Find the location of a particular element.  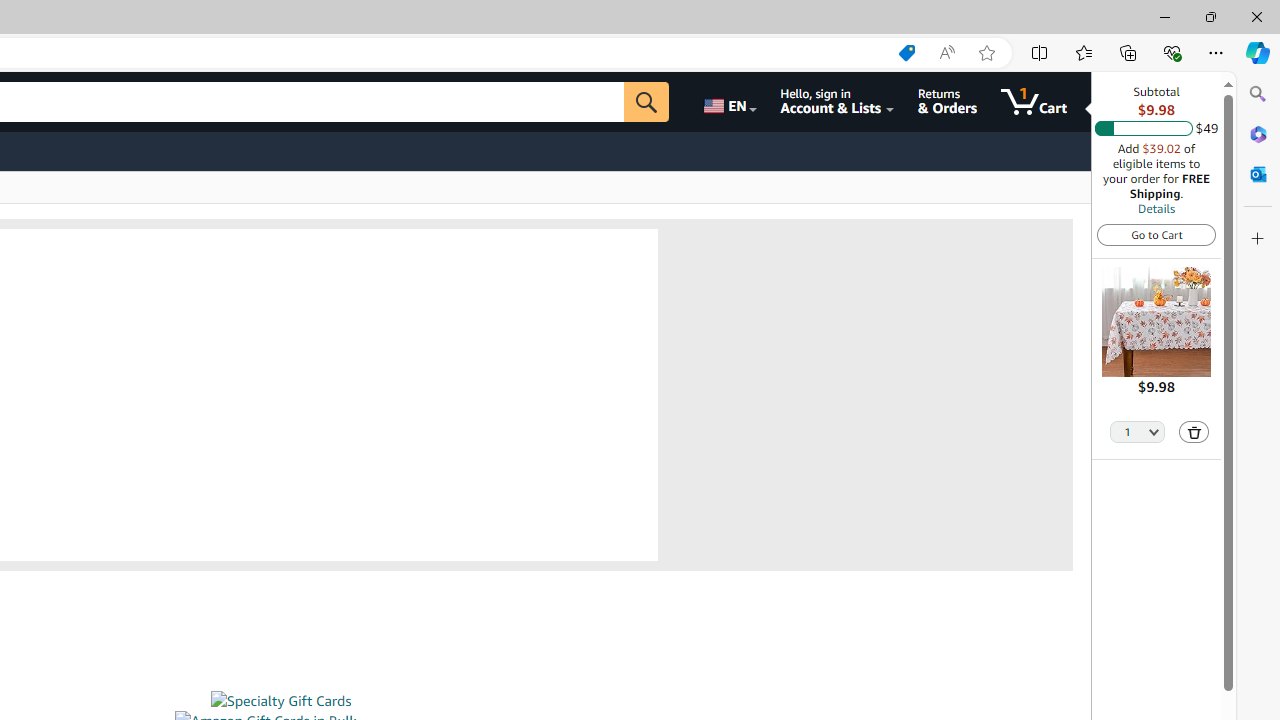

'Go' is located at coordinates (647, 101).